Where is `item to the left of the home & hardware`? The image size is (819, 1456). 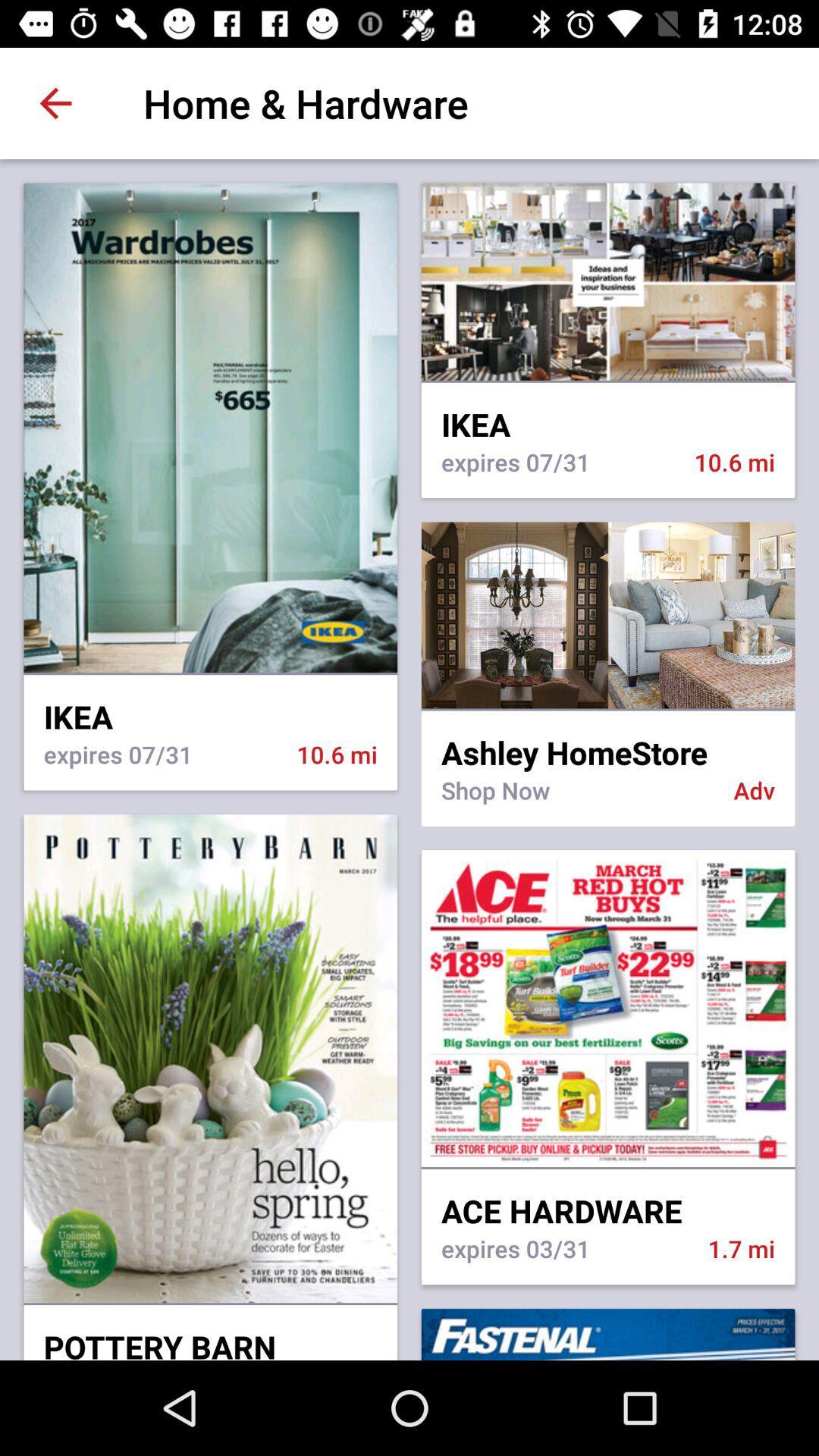
item to the left of the home & hardware is located at coordinates (55, 102).